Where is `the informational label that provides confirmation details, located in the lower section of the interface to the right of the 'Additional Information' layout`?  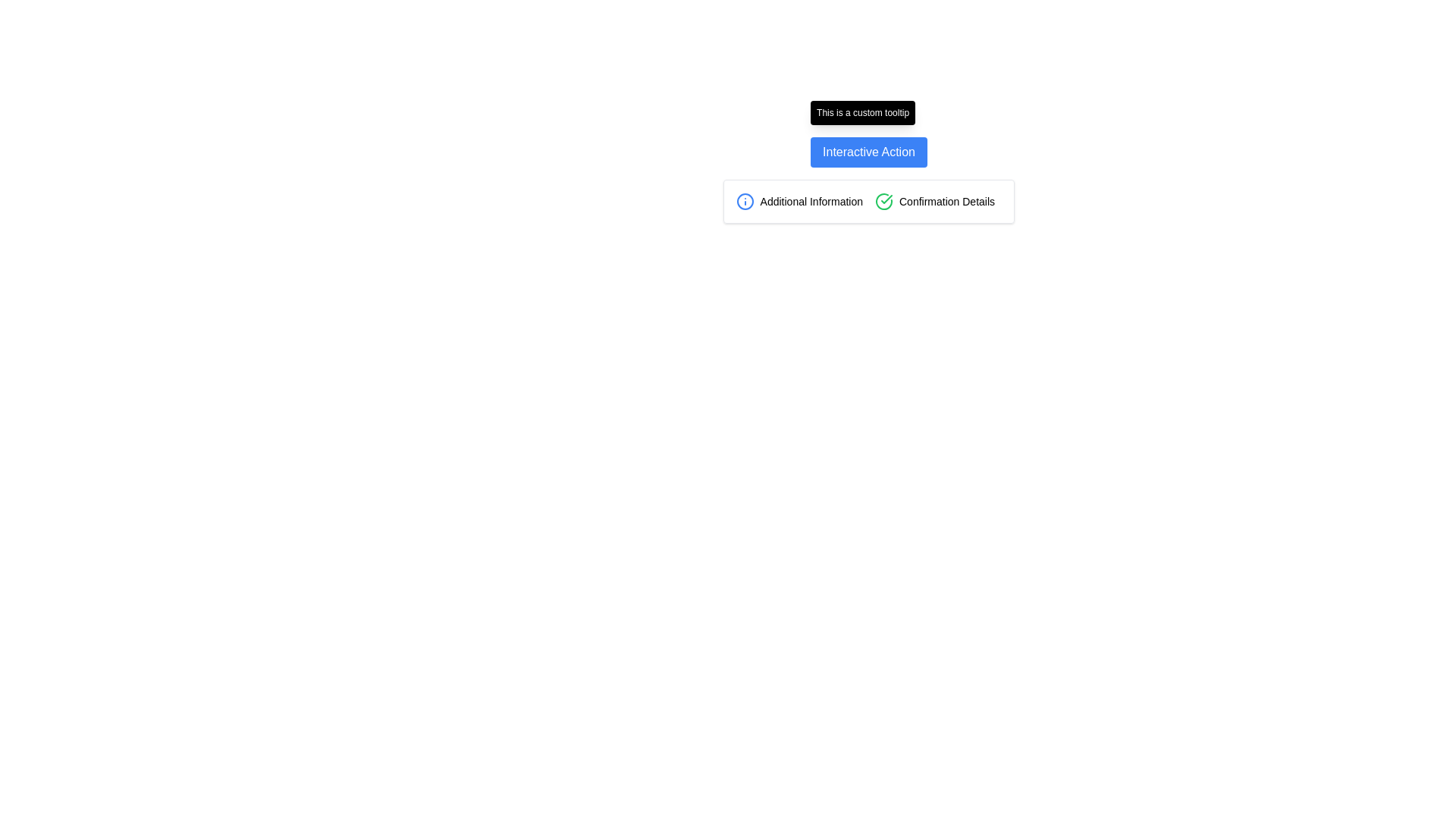 the informational label that provides confirmation details, located in the lower section of the interface to the right of the 'Additional Information' layout is located at coordinates (937, 201).